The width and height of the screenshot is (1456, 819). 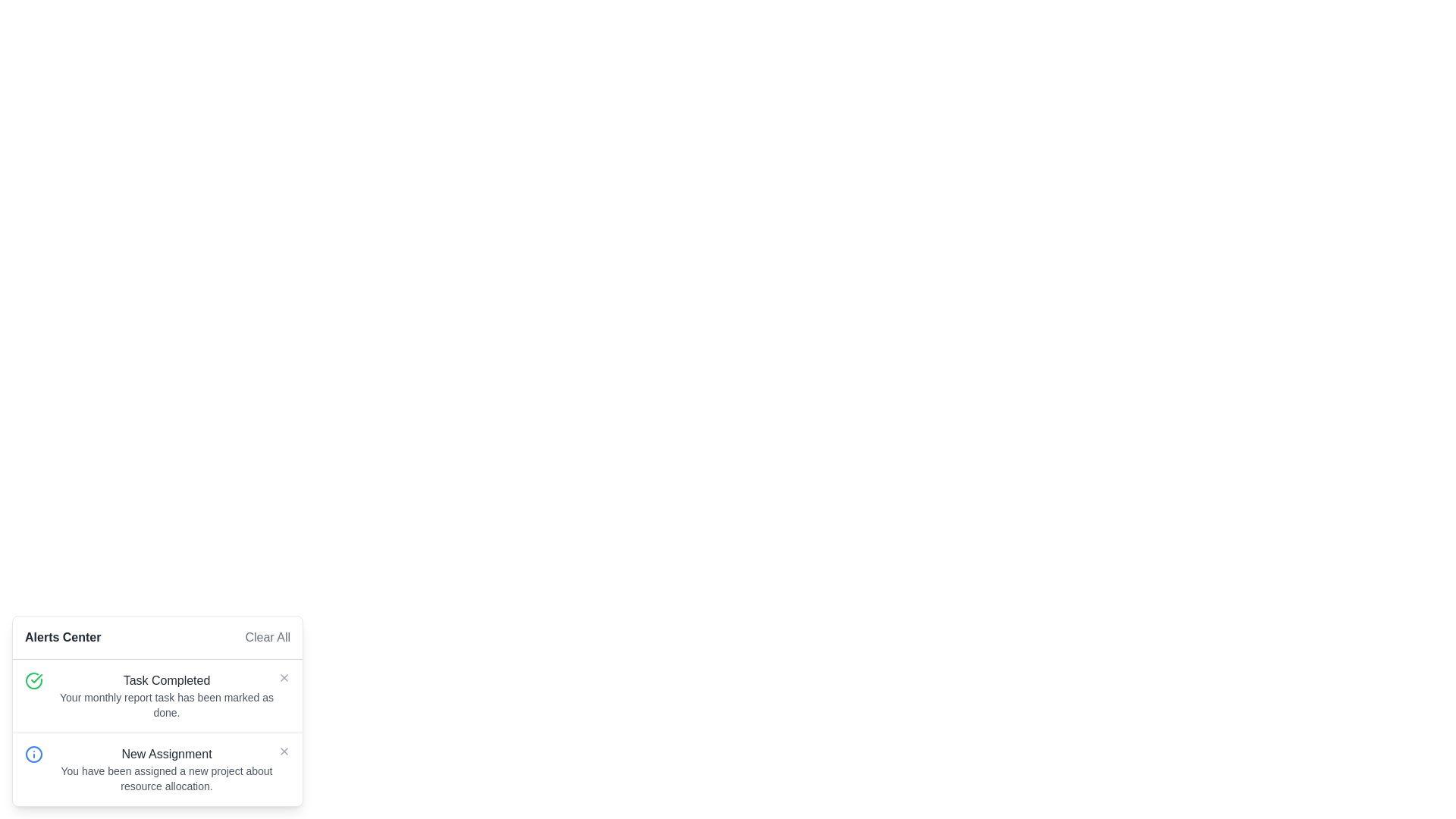 I want to click on the 'New Assignment' notification item to copy or select the text, so click(x=157, y=769).